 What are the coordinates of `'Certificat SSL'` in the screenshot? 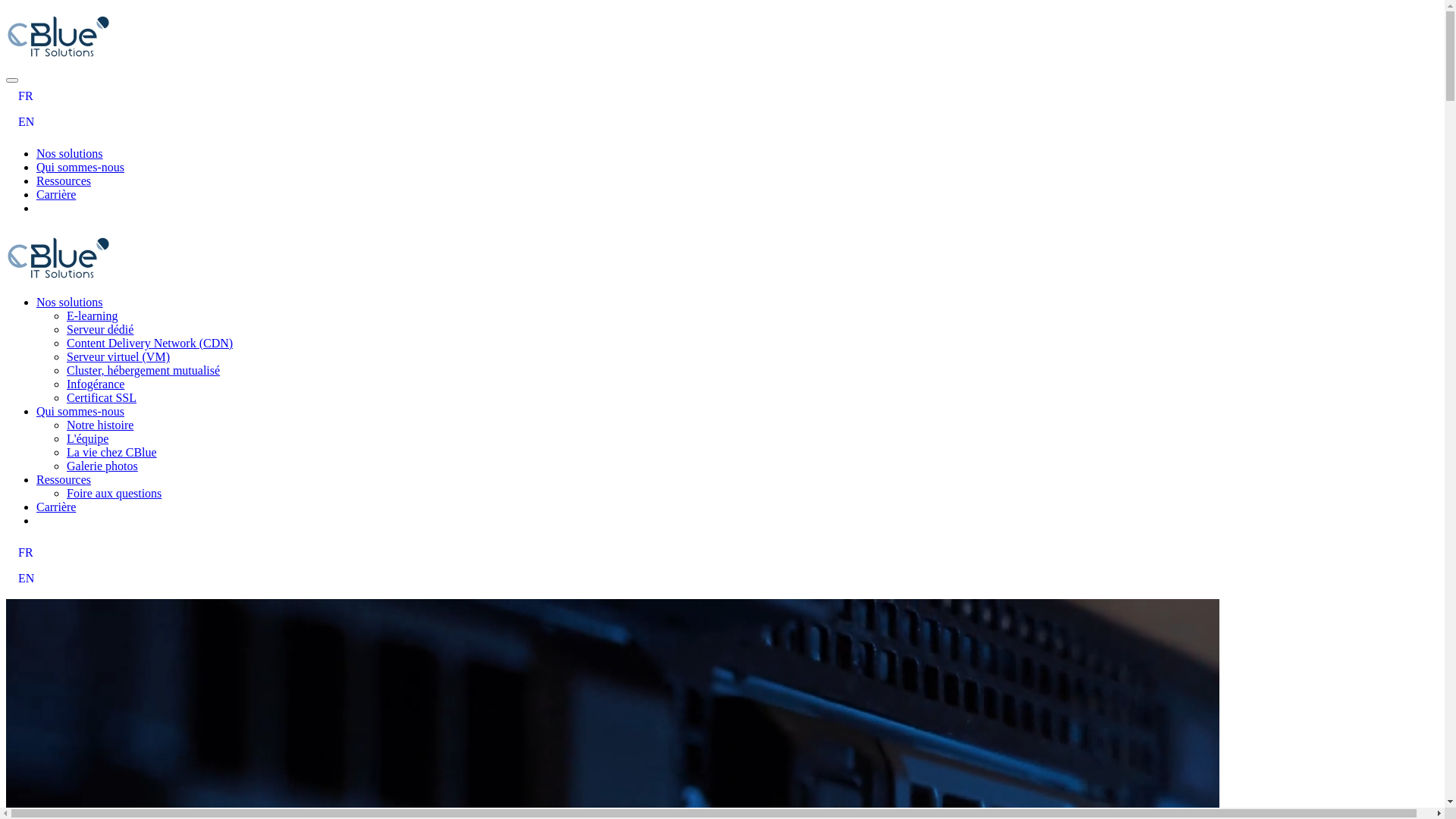 It's located at (101, 397).